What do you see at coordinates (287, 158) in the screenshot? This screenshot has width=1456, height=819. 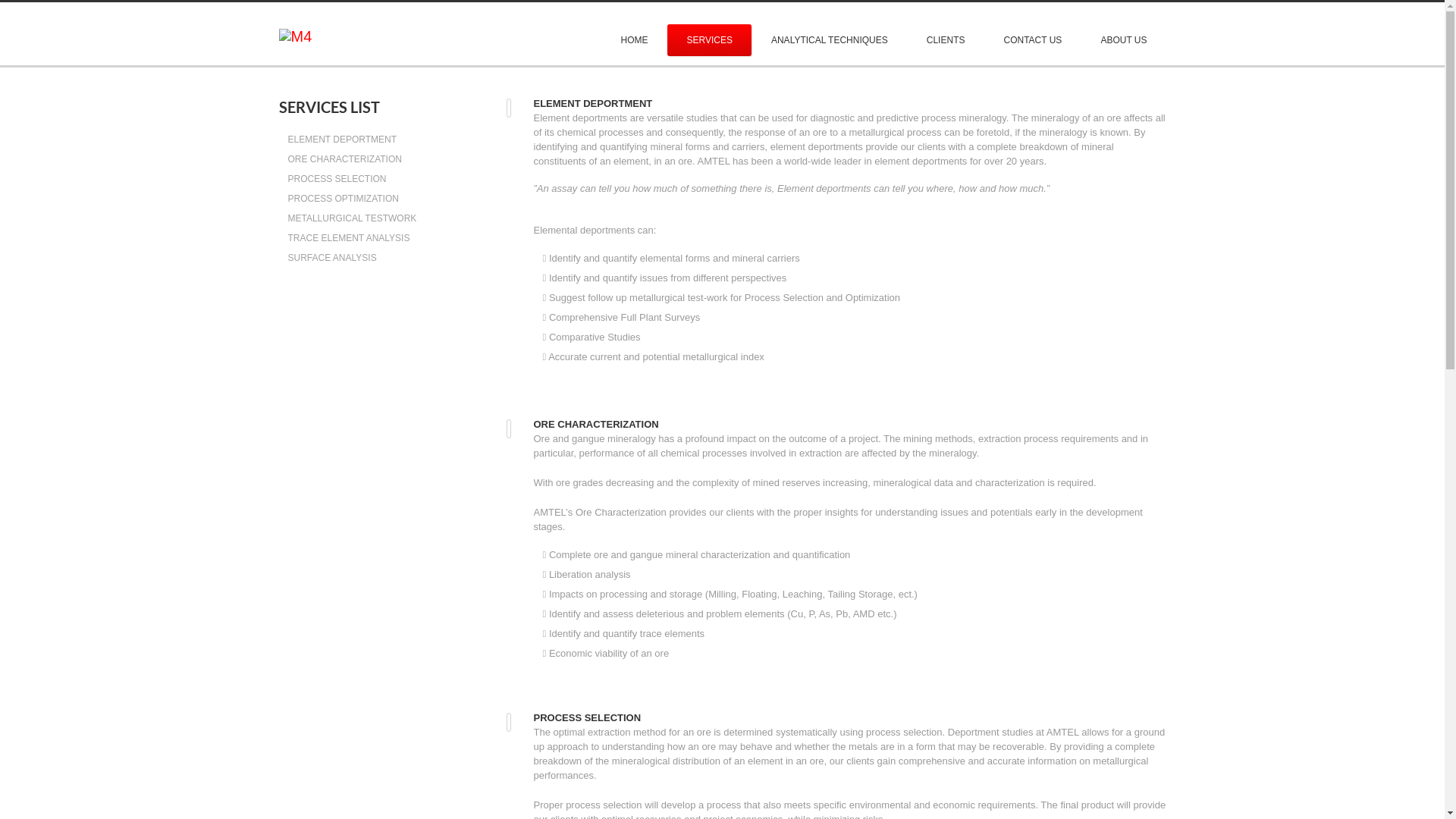 I see `'ORE CHARACTERIZATION'` at bounding box center [287, 158].